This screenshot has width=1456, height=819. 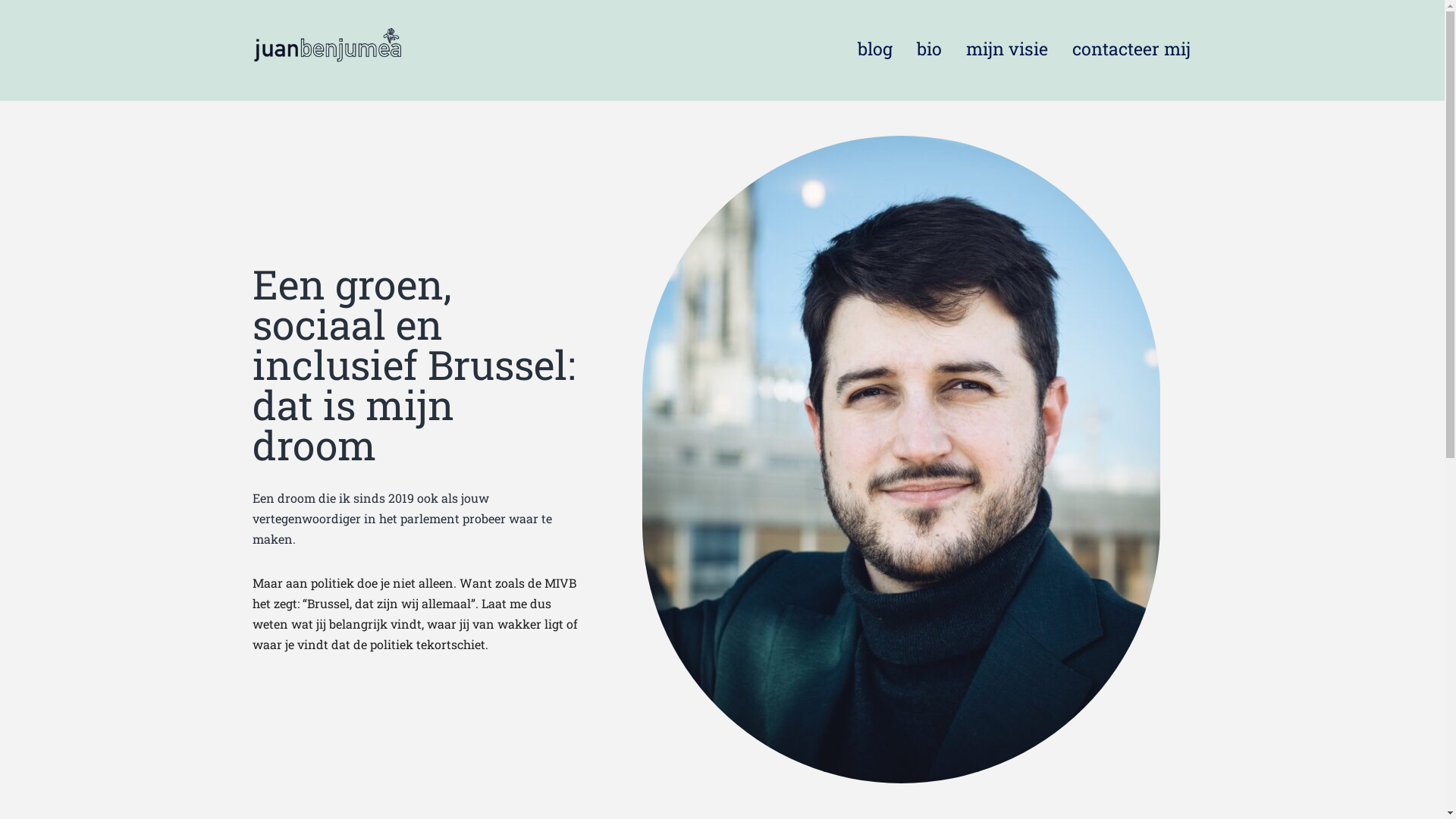 What do you see at coordinates (844, 48) in the screenshot?
I see `'blog'` at bounding box center [844, 48].